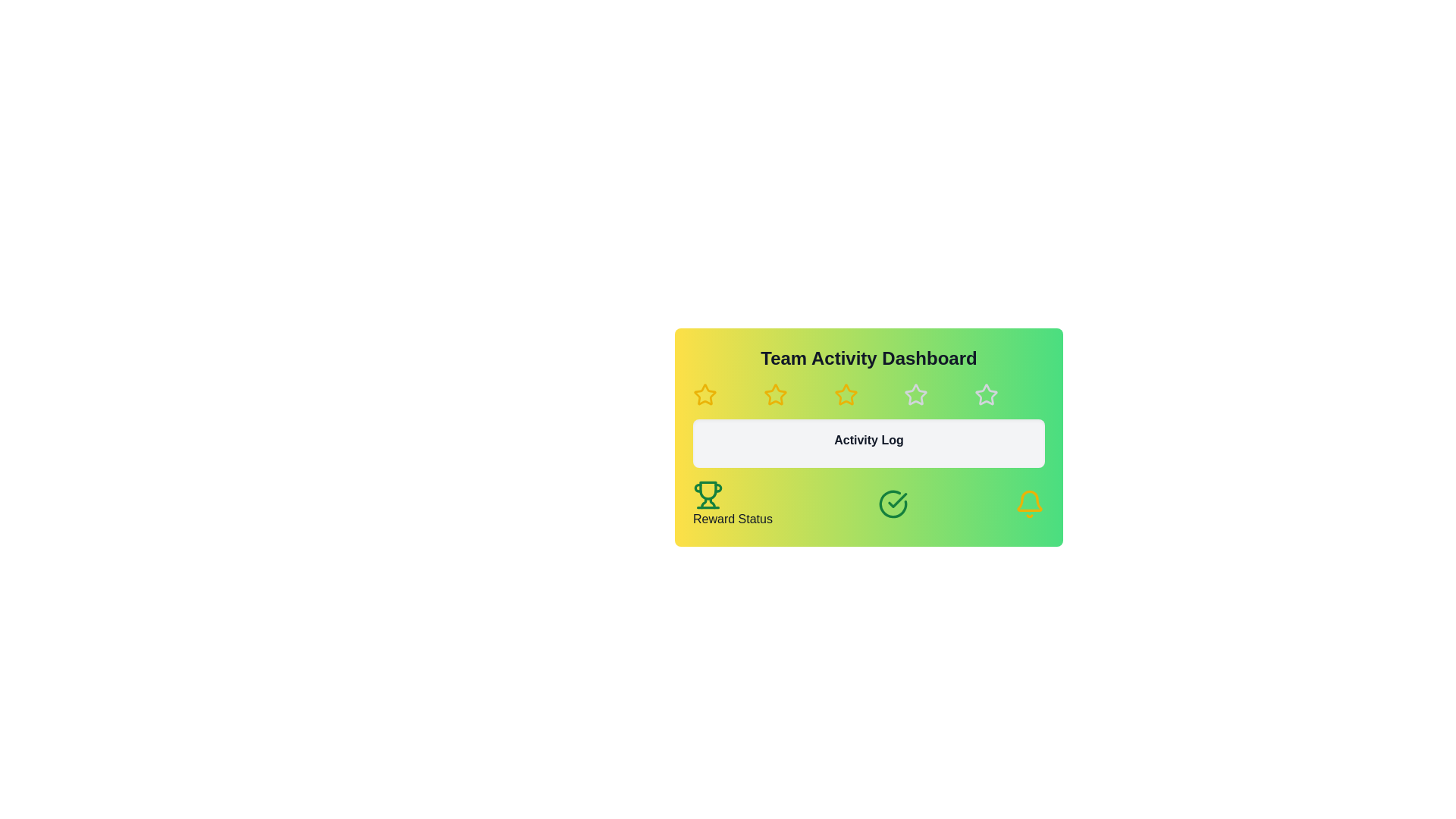 This screenshot has width=1456, height=819. What do you see at coordinates (845, 394) in the screenshot?
I see `the third yellow outlined star icon in the horizontal row of five, located beneath the 'Team Activity Dashboard' title` at bounding box center [845, 394].